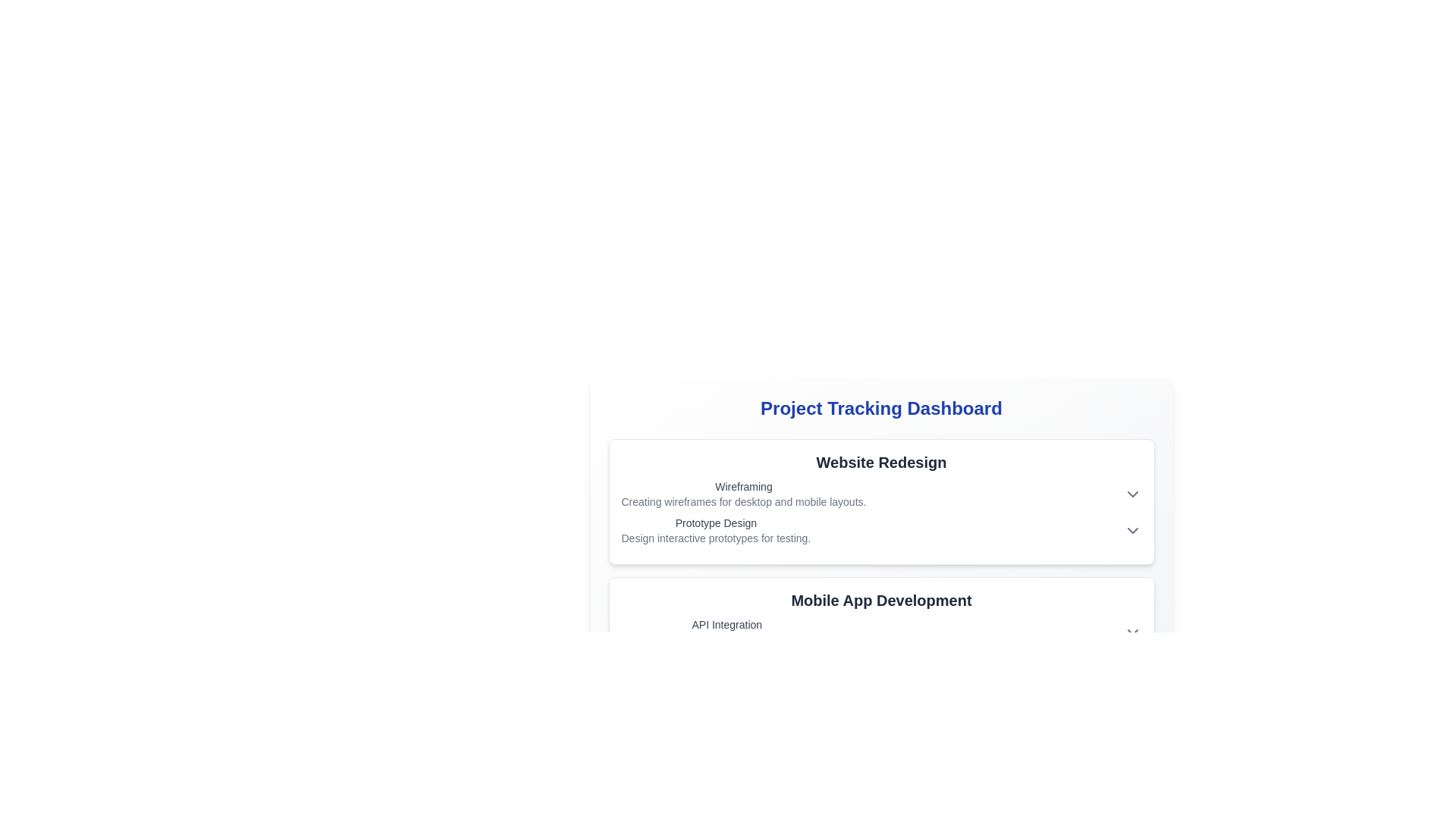 This screenshot has height=819, width=1456. What do you see at coordinates (715, 537) in the screenshot?
I see `the descriptive text related to 'Prototype Design' located below the 'Prototype Design' heading in the 'Website Redesign' section` at bounding box center [715, 537].